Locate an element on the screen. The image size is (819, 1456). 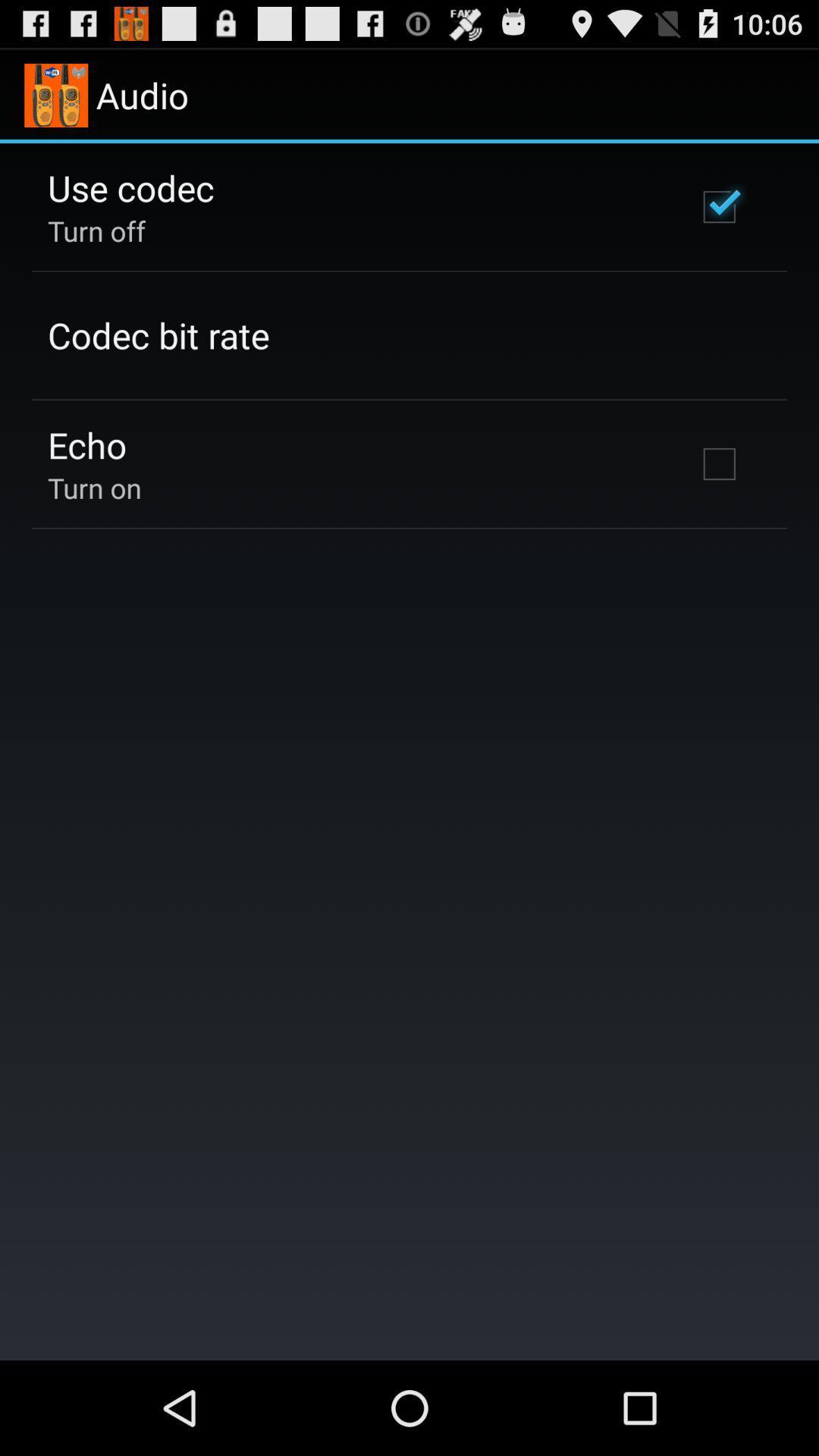
item above the turn on item is located at coordinates (87, 444).